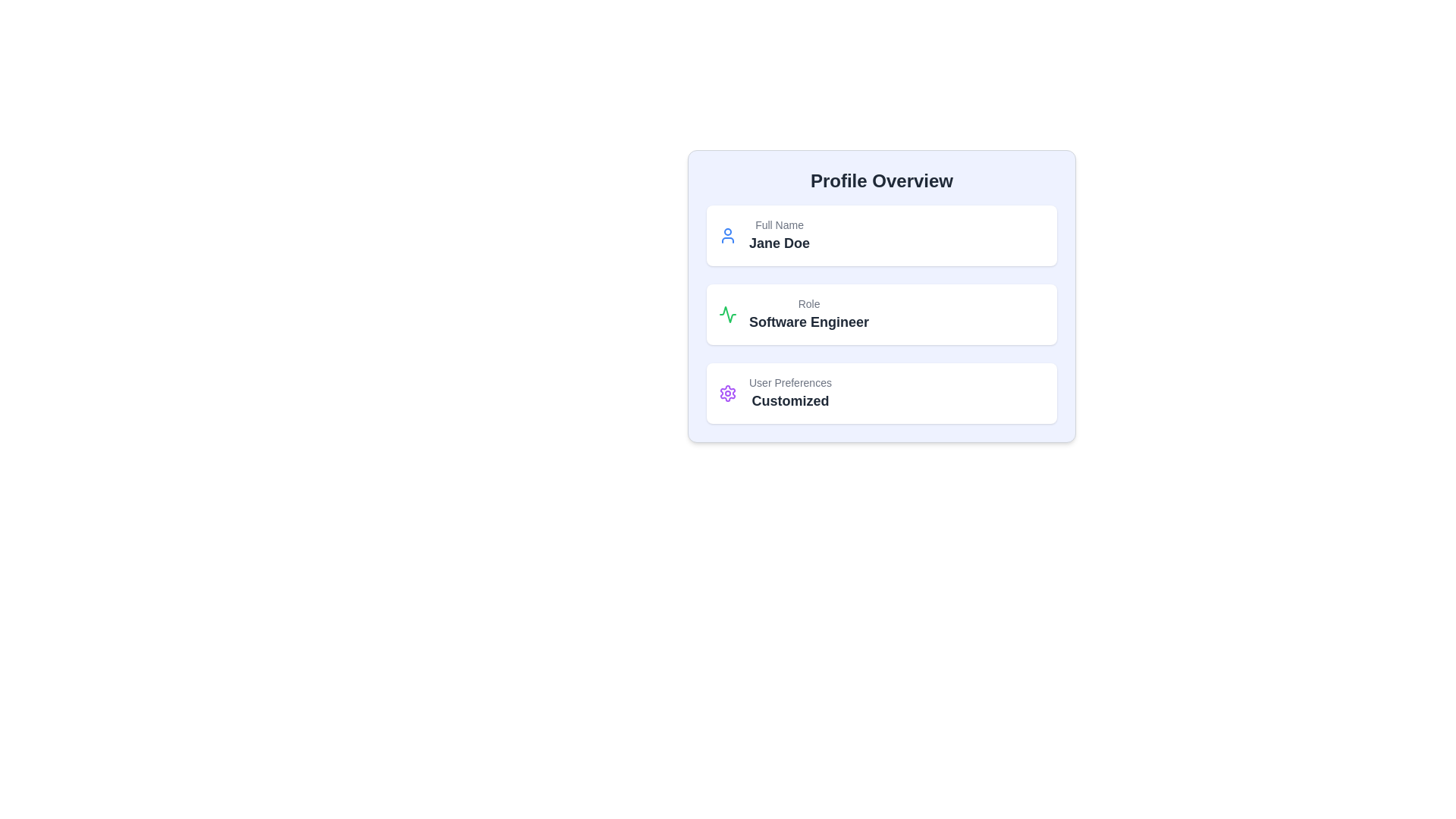 Image resolution: width=1456 pixels, height=819 pixels. I want to click on the text block labeled 'Software Engineer' to copy the text, so click(808, 314).